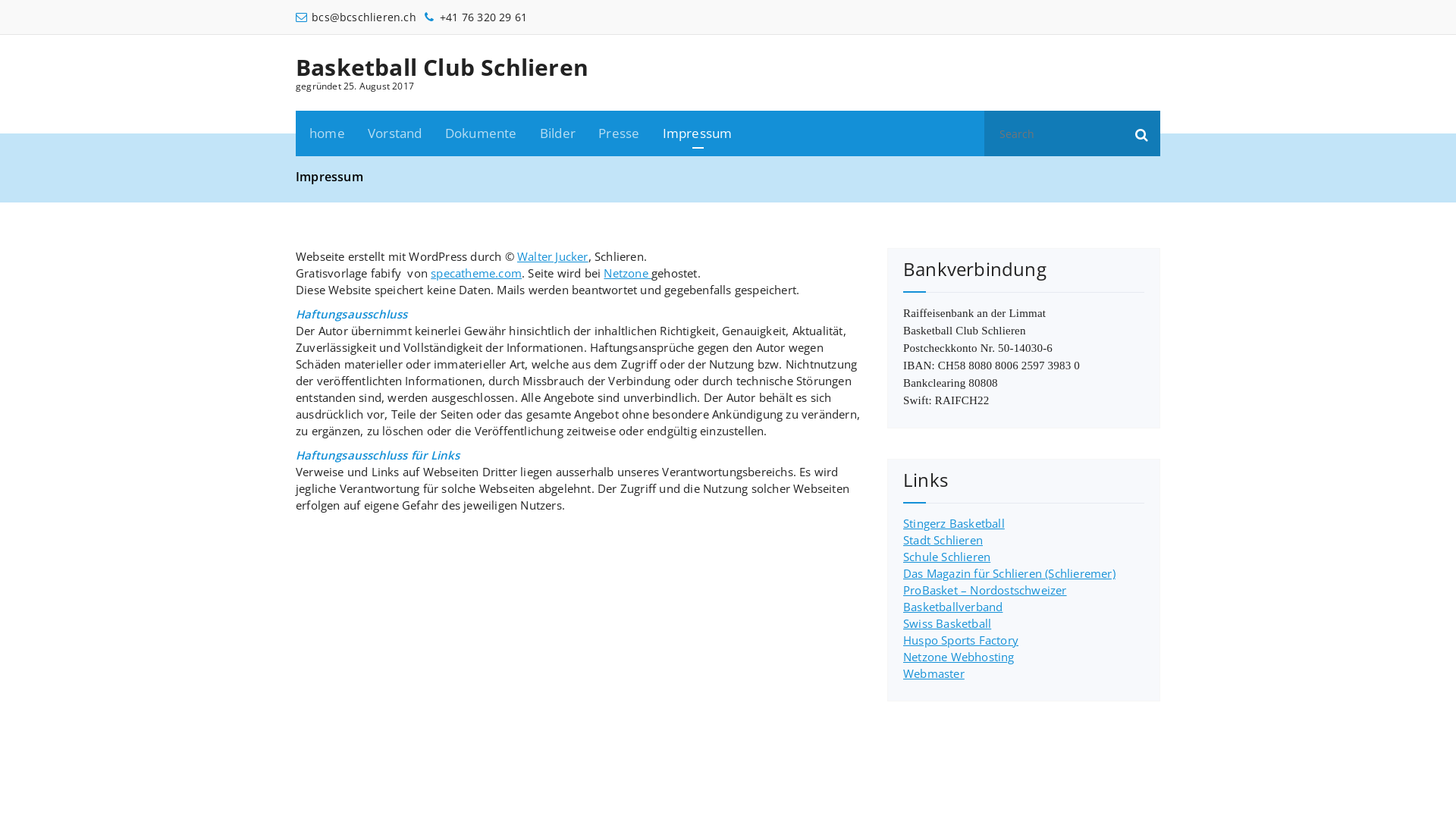 The width and height of the screenshot is (1456, 819). I want to click on 'Webmaster', so click(933, 672).